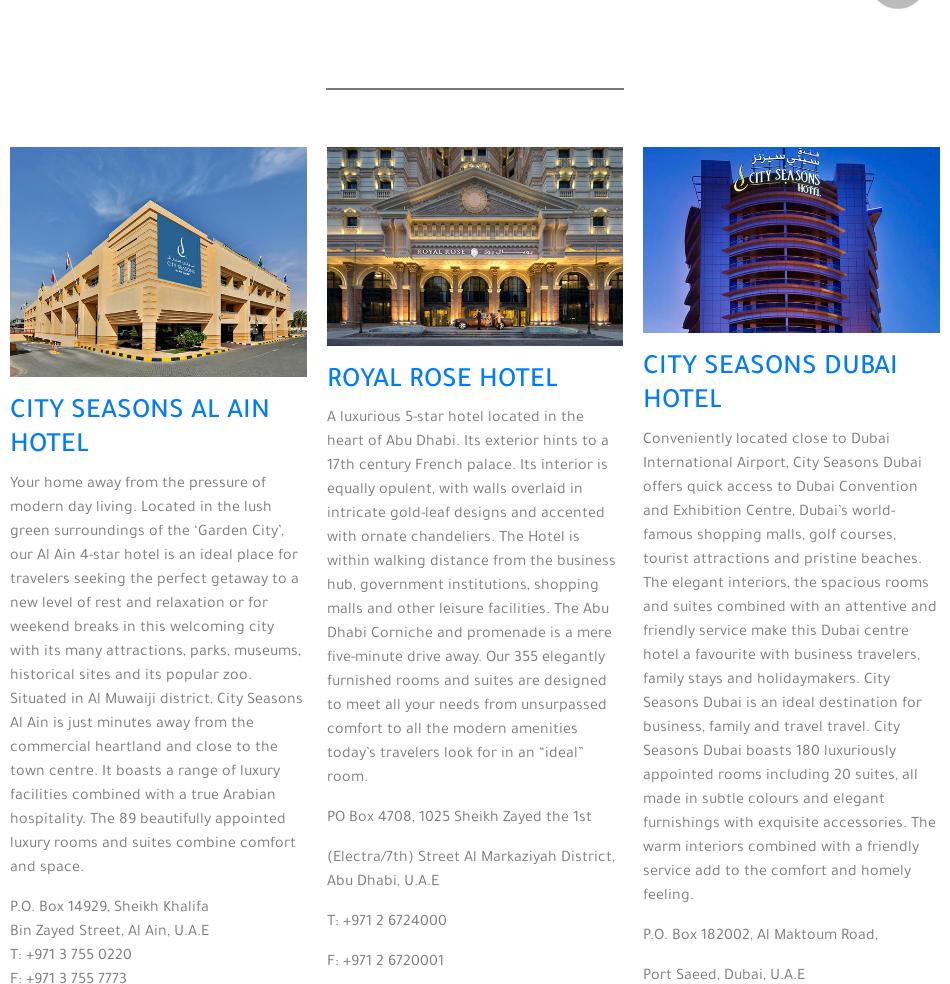 This screenshot has height=984, width=950. What do you see at coordinates (383, 963) in the screenshot?
I see `'F: +971 2 6720001'` at bounding box center [383, 963].